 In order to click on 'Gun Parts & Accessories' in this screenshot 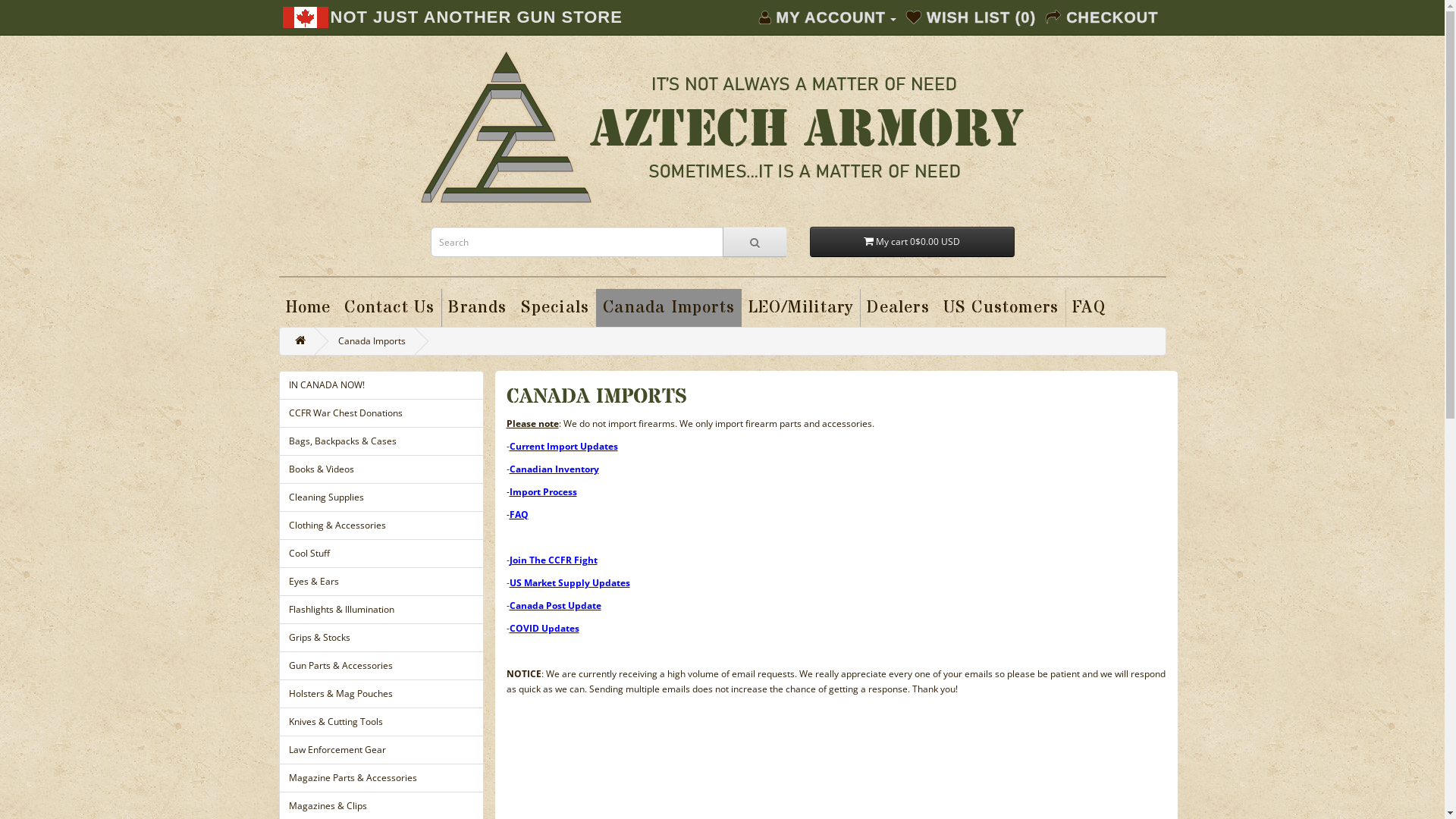, I will do `click(381, 665)`.